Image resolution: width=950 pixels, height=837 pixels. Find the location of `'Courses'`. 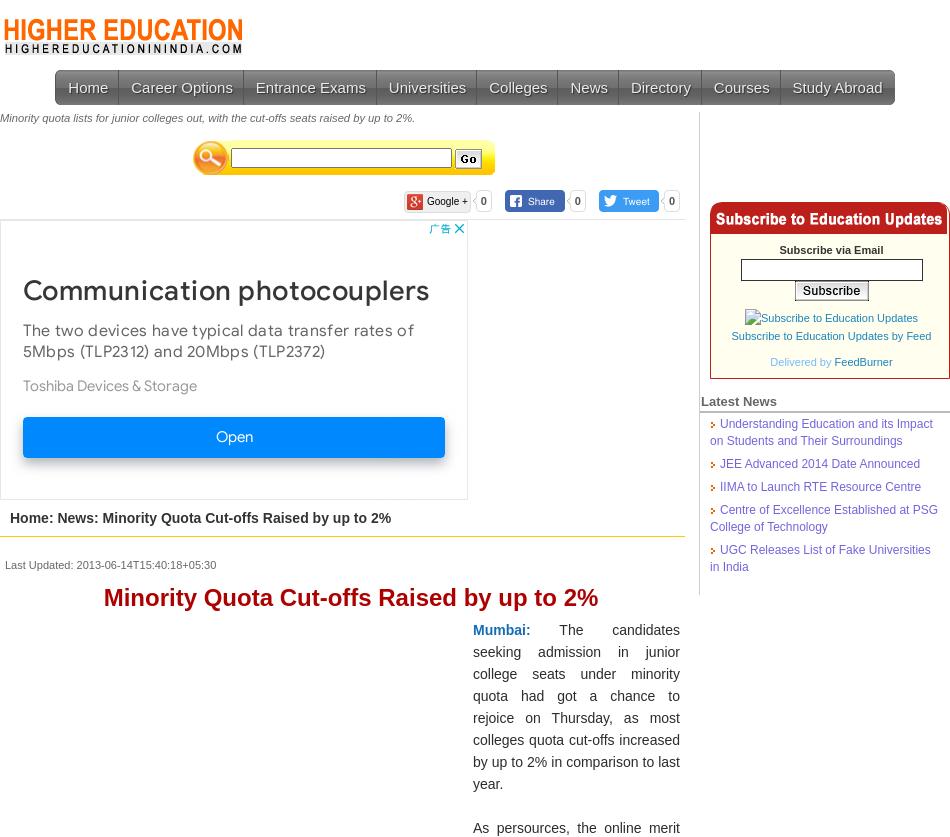

'Courses' is located at coordinates (740, 87).